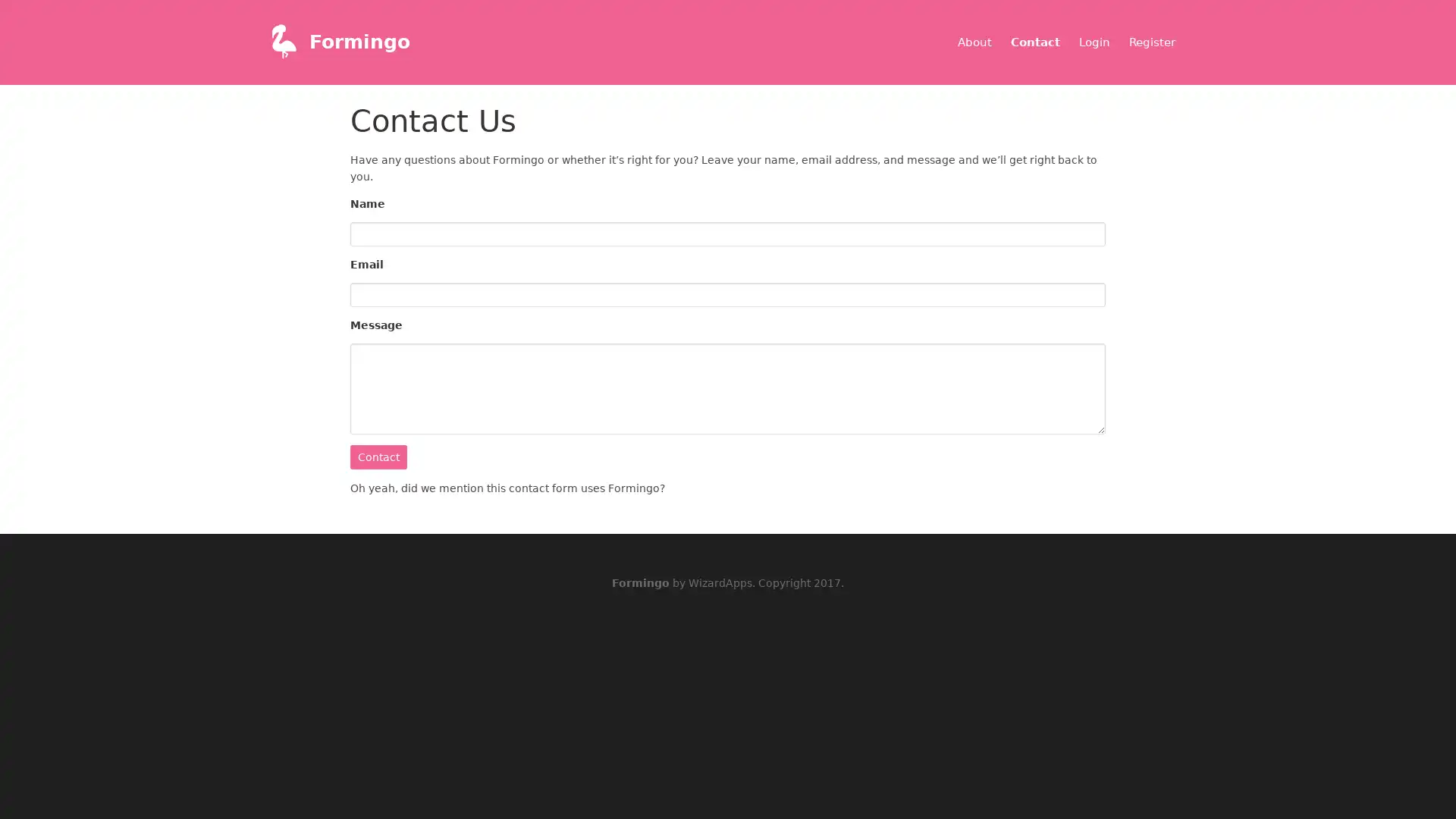 The image size is (1456, 819). What do you see at coordinates (378, 455) in the screenshot?
I see `Contact` at bounding box center [378, 455].